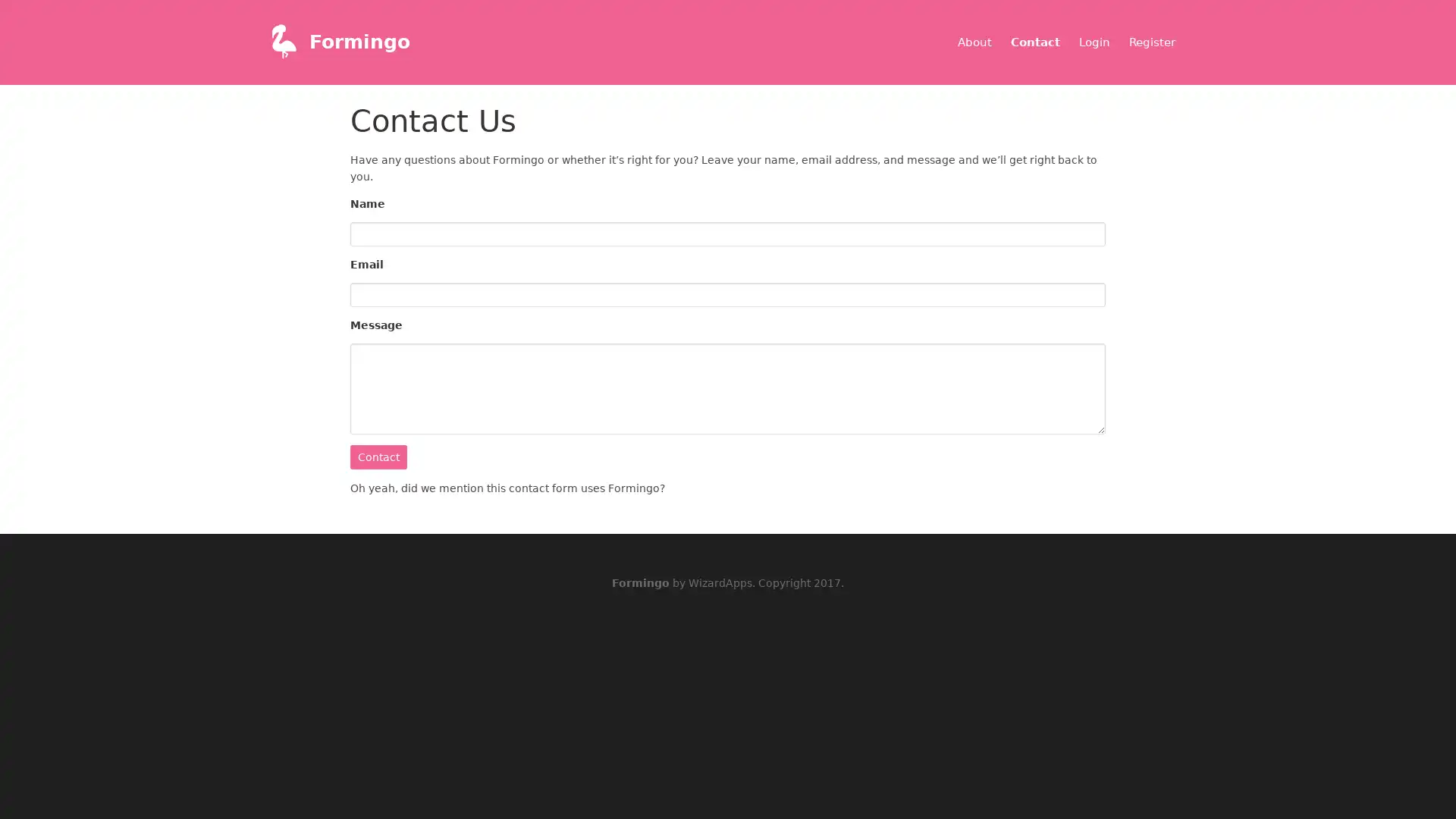 The image size is (1456, 819). What do you see at coordinates (378, 455) in the screenshot?
I see `Contact` at bounding box center [378, 455].